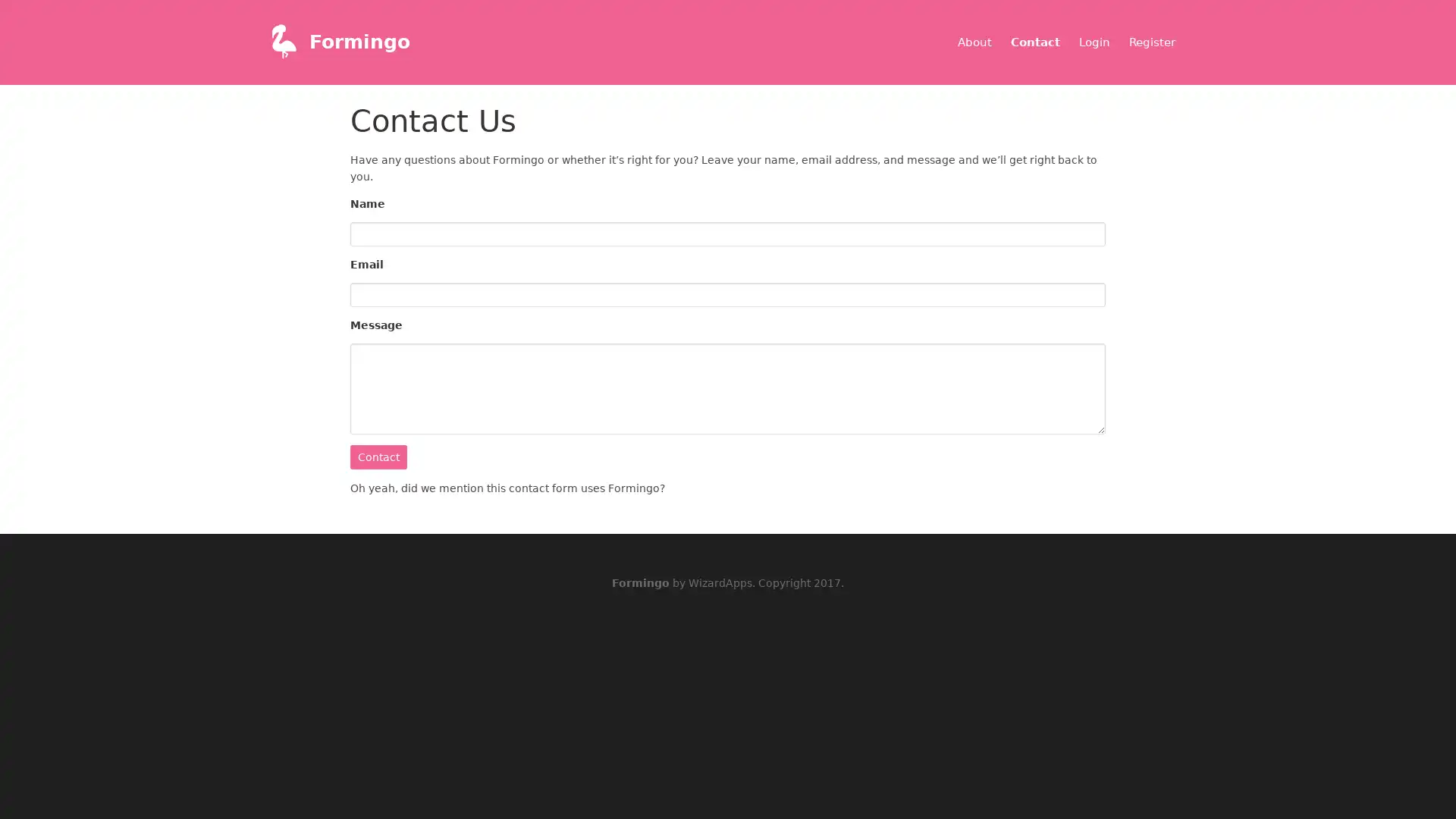 The image size is (1456, 819). What do you see at coordinates (378, 455) in the screenshot?
I see `Contact` at bounding box center [378, 455].